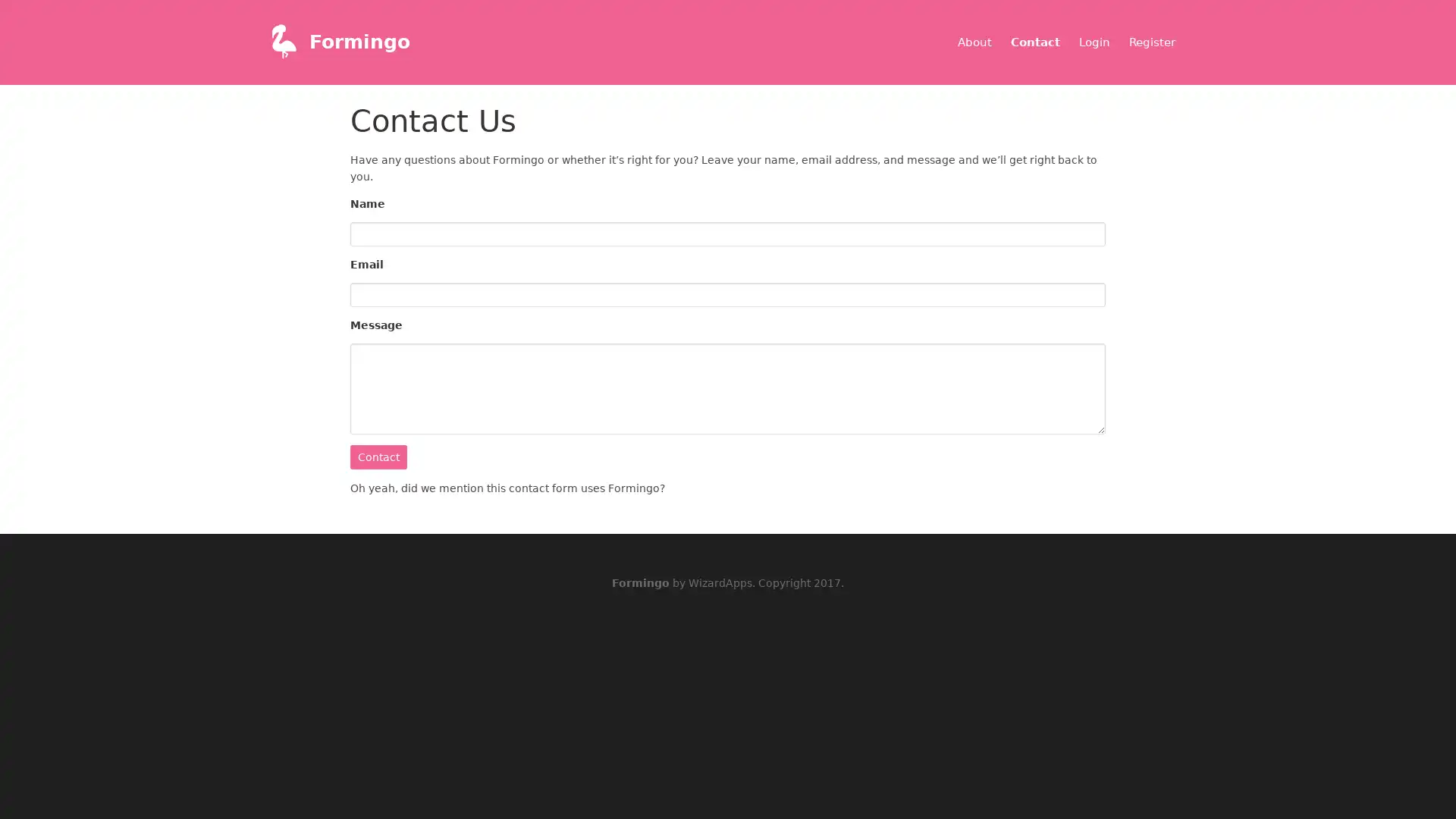 The image size is (1456, 819). What do you see at coordinates (378, 455) in the screenshot?
I see `Contact` at bounding box center [378, 455].